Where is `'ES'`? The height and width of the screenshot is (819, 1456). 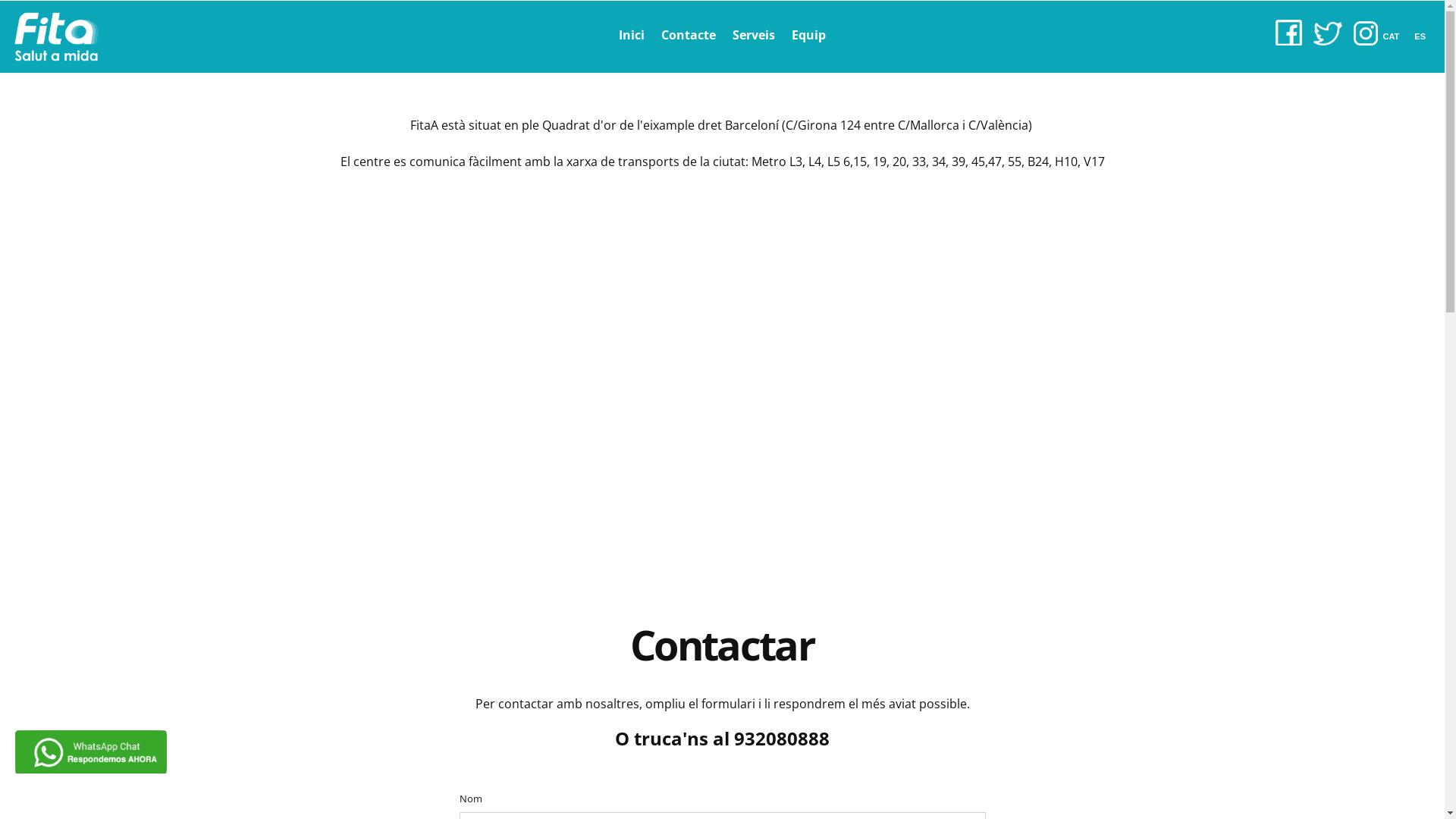
'ES' is located at coordinates (1423, 35).